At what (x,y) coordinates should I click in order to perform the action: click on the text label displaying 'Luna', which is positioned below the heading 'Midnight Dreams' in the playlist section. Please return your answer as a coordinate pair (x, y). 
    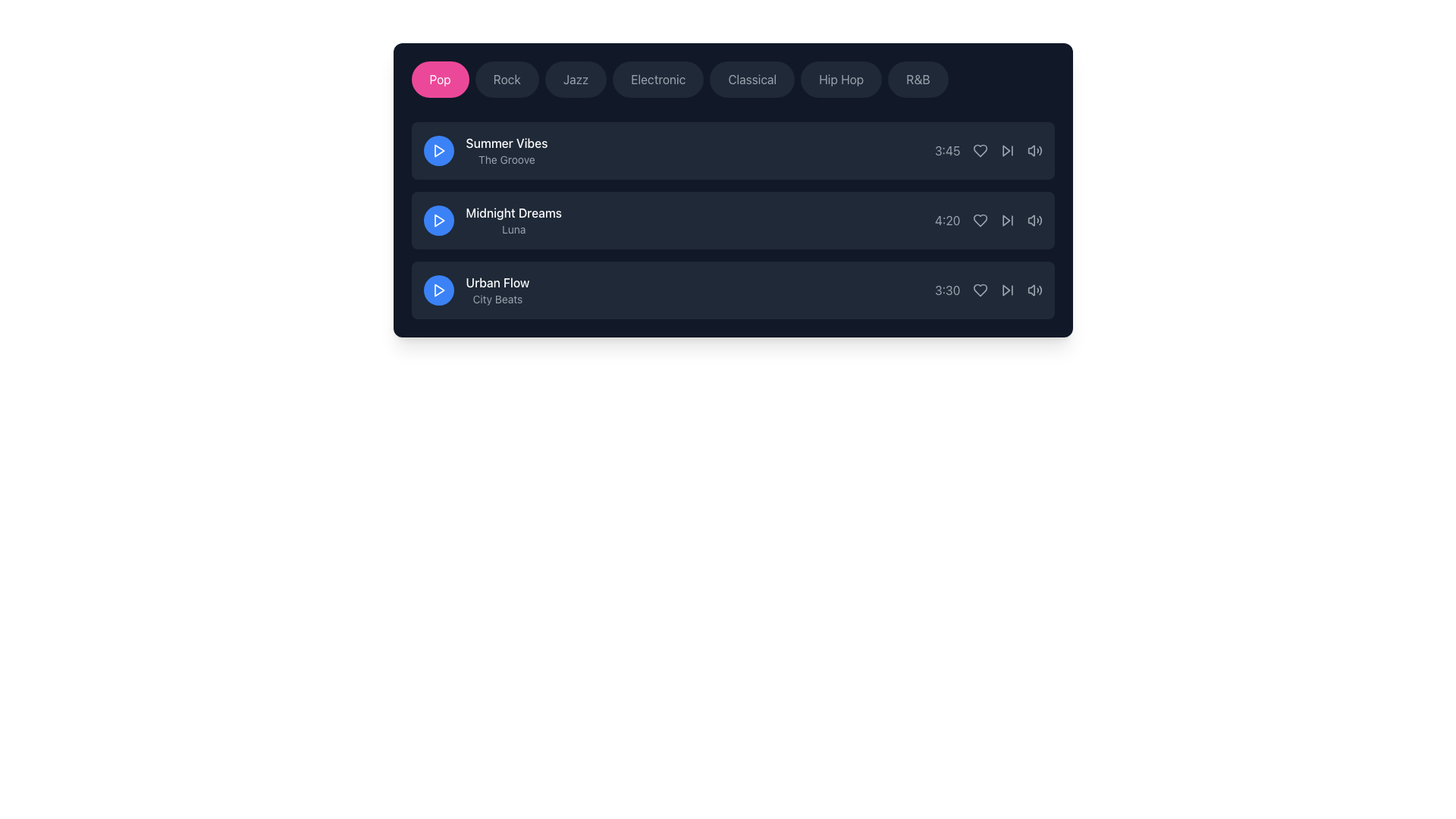
    Looking at the image, I should click on (513, 230).